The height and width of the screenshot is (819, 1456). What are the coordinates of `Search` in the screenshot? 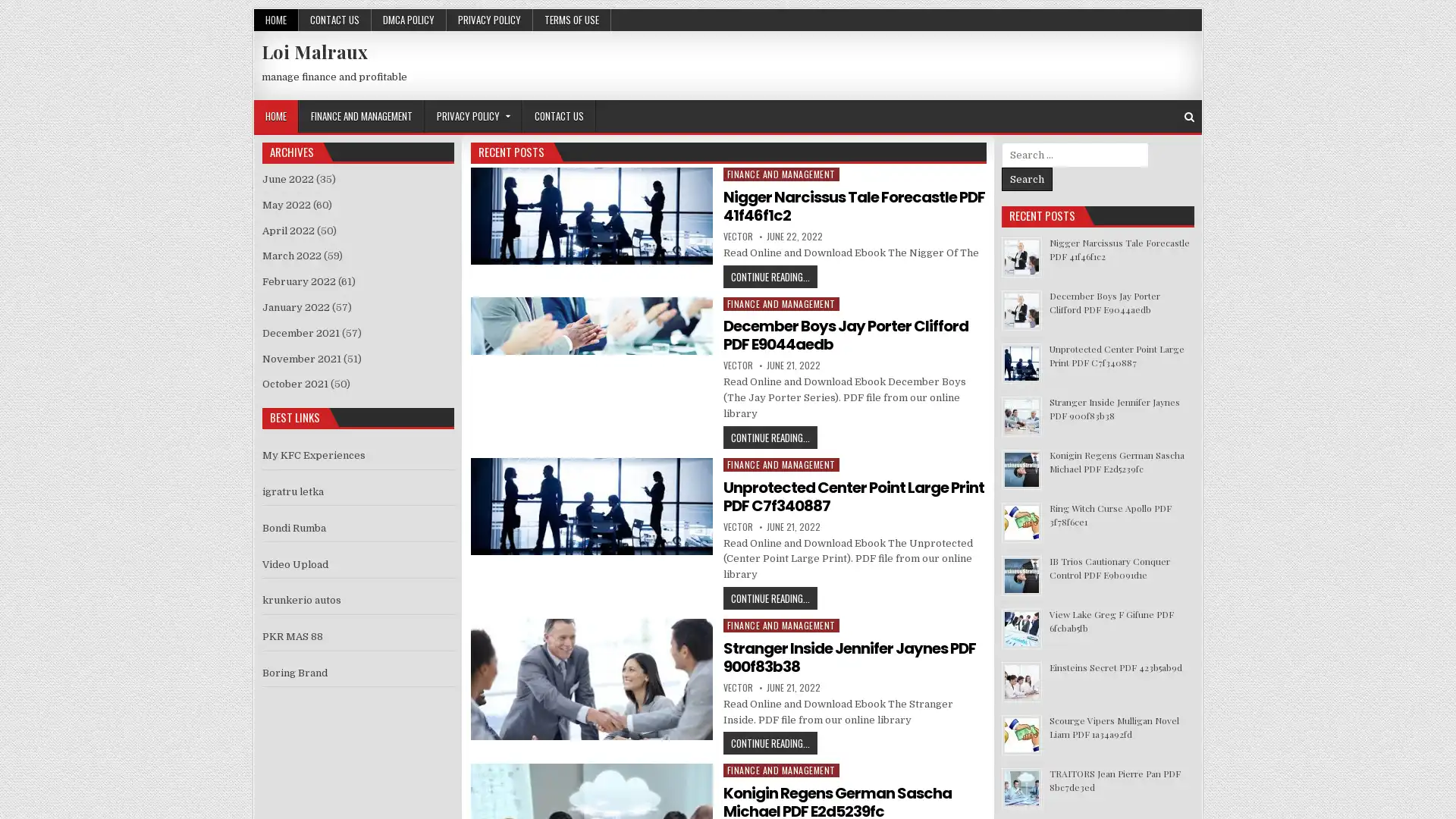 It's located at (1027, 178).